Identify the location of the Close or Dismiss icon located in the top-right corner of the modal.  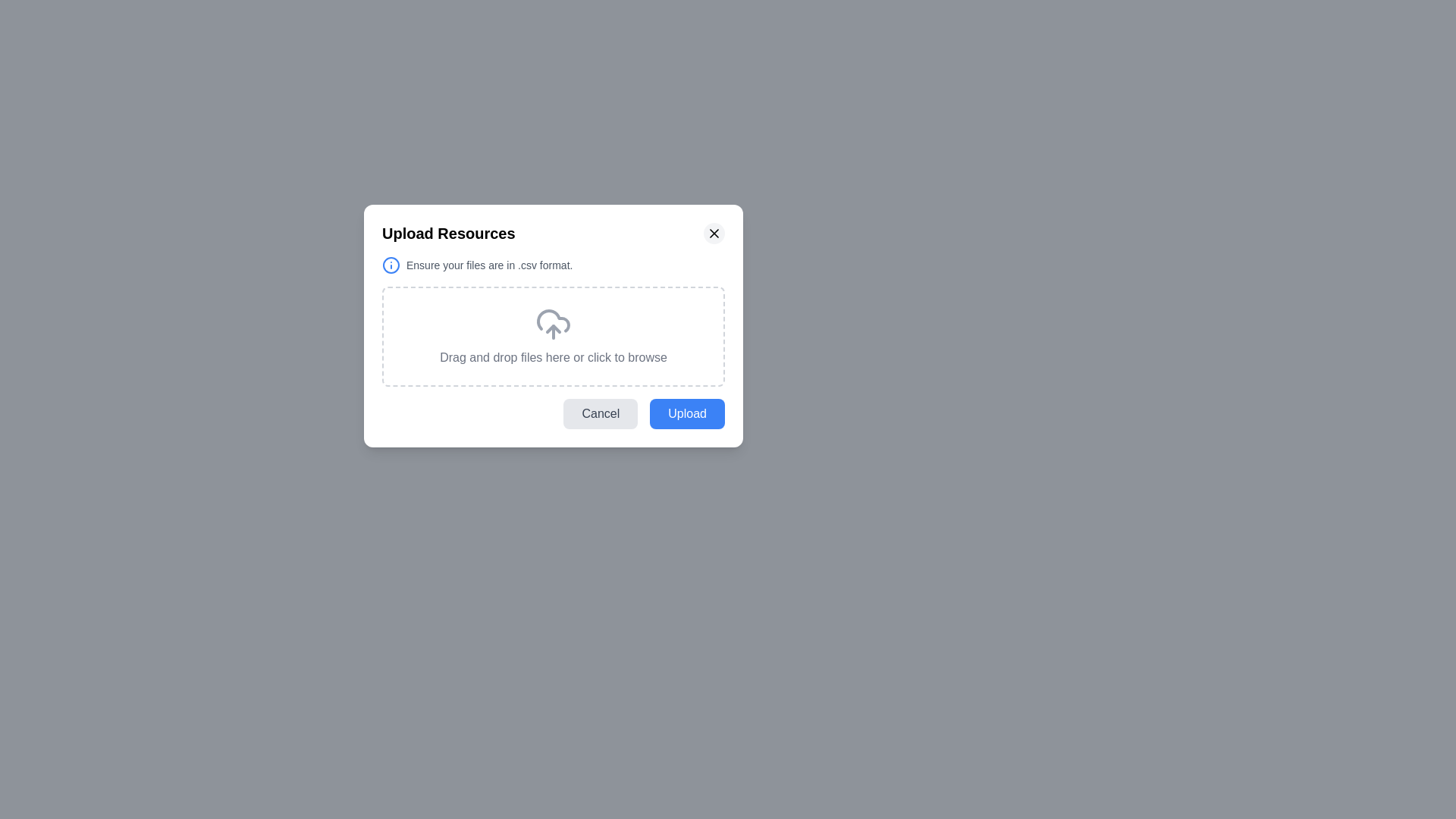
(713, 234).